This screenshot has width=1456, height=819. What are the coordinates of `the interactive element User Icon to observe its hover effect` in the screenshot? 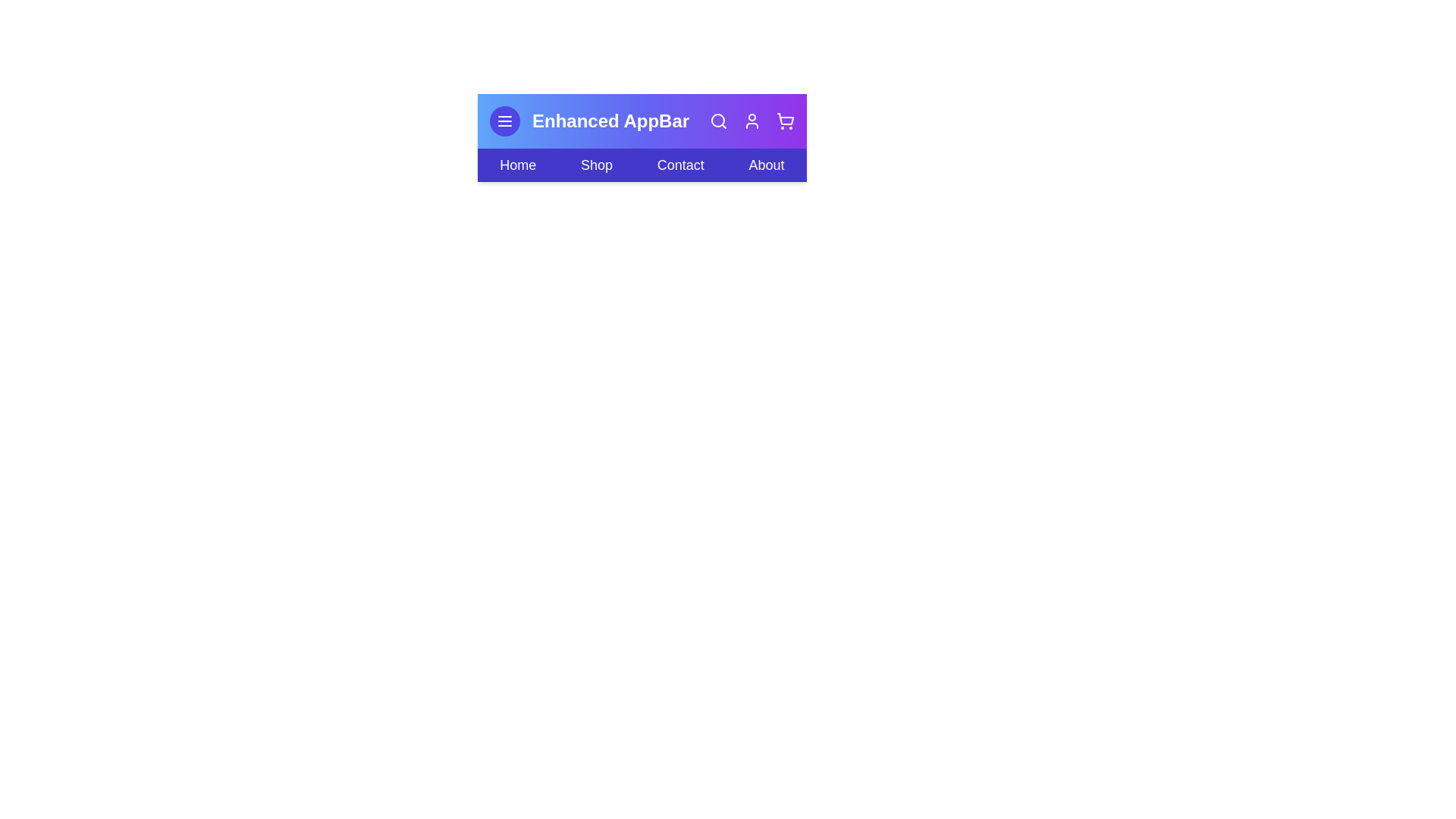 It's located at (752, 120).